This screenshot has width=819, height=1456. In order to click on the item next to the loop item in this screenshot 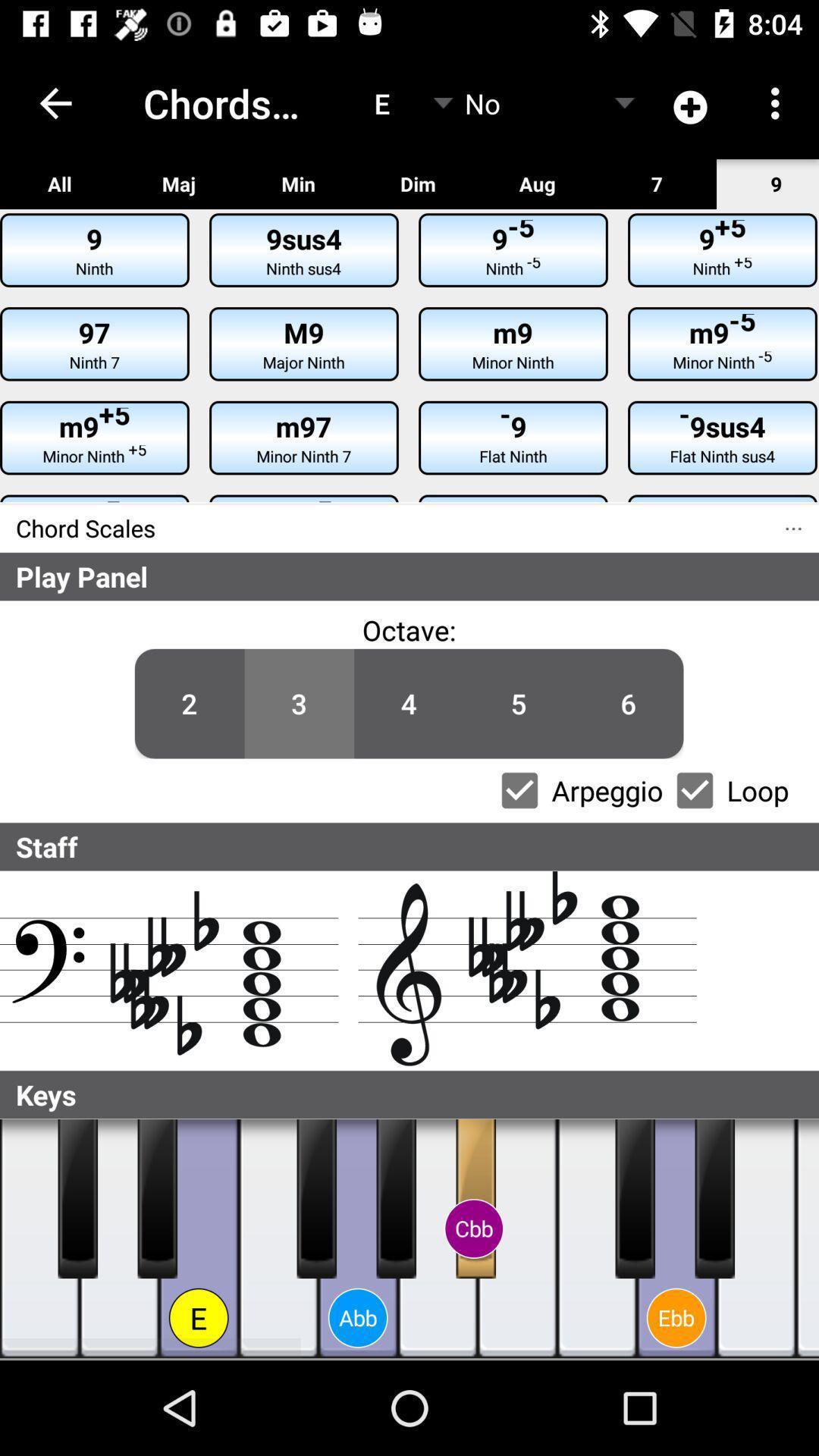, I will do `click(695, 789)`.